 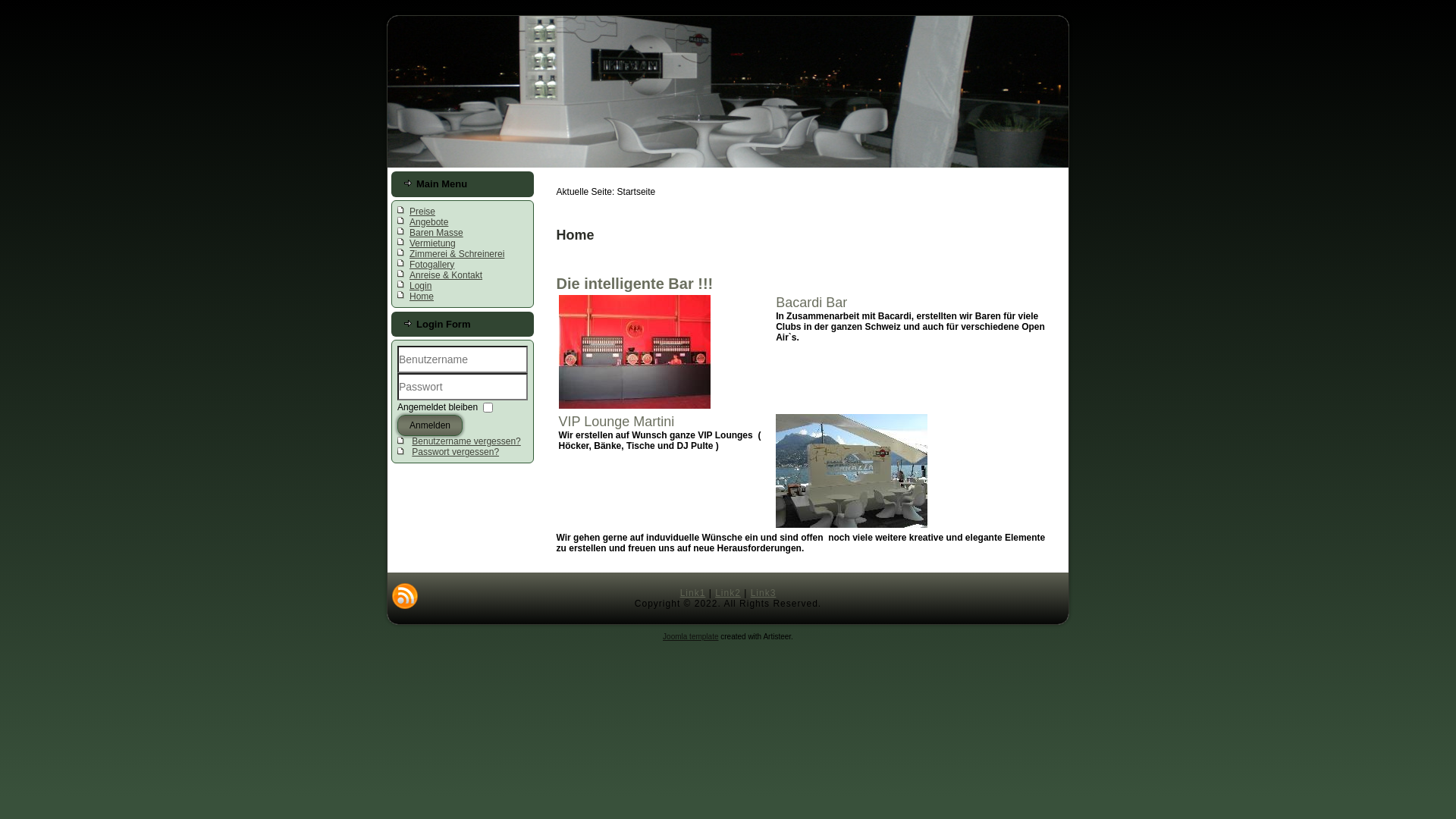 I want to click on 'Anreise & Kontakt', so click(x=445, y=275).